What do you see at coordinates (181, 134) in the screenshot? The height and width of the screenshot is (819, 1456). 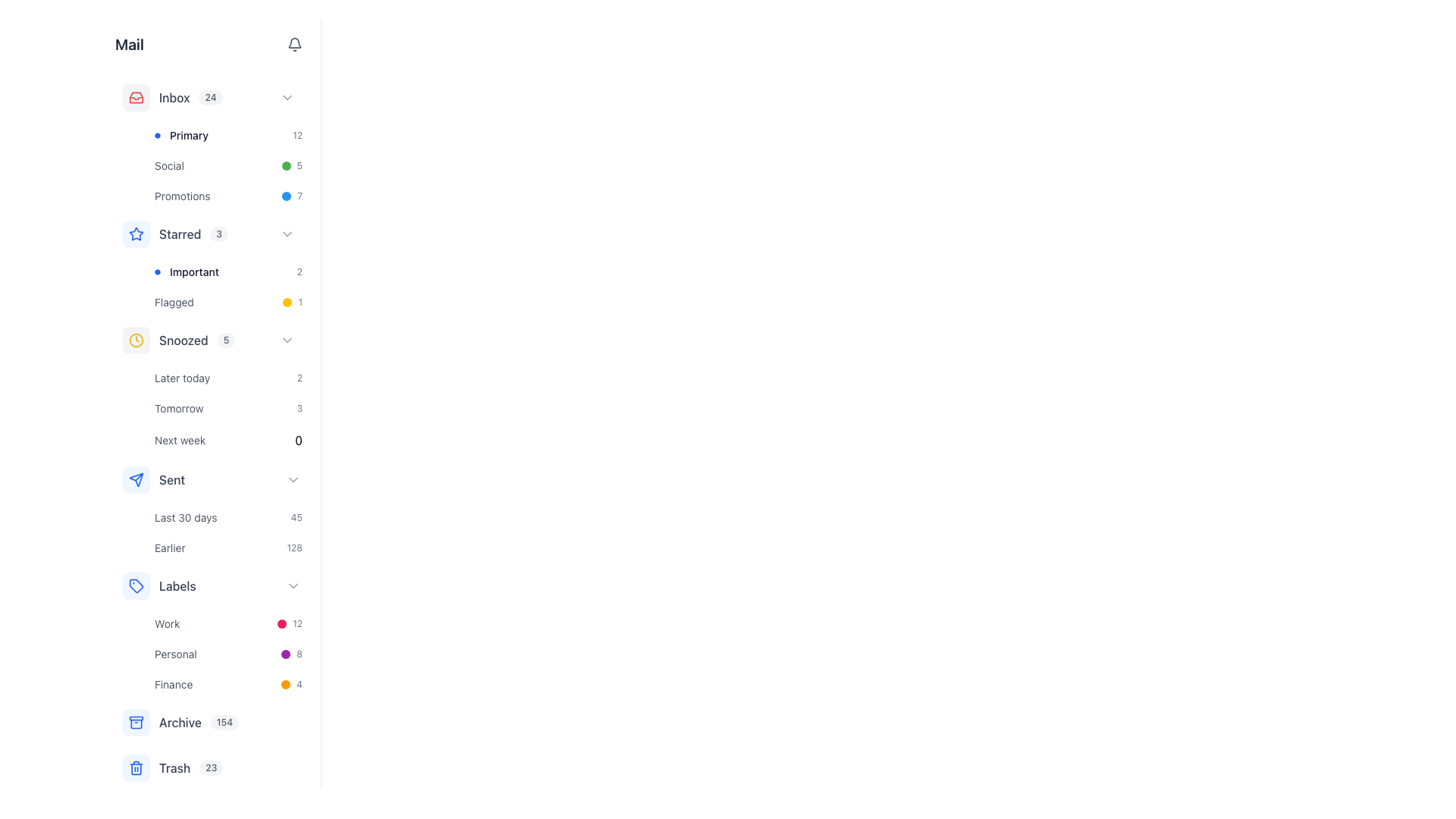 I see `the first category item in the 'Inbox' section, labeled 'Primary'` at bounding box center [181, 134].